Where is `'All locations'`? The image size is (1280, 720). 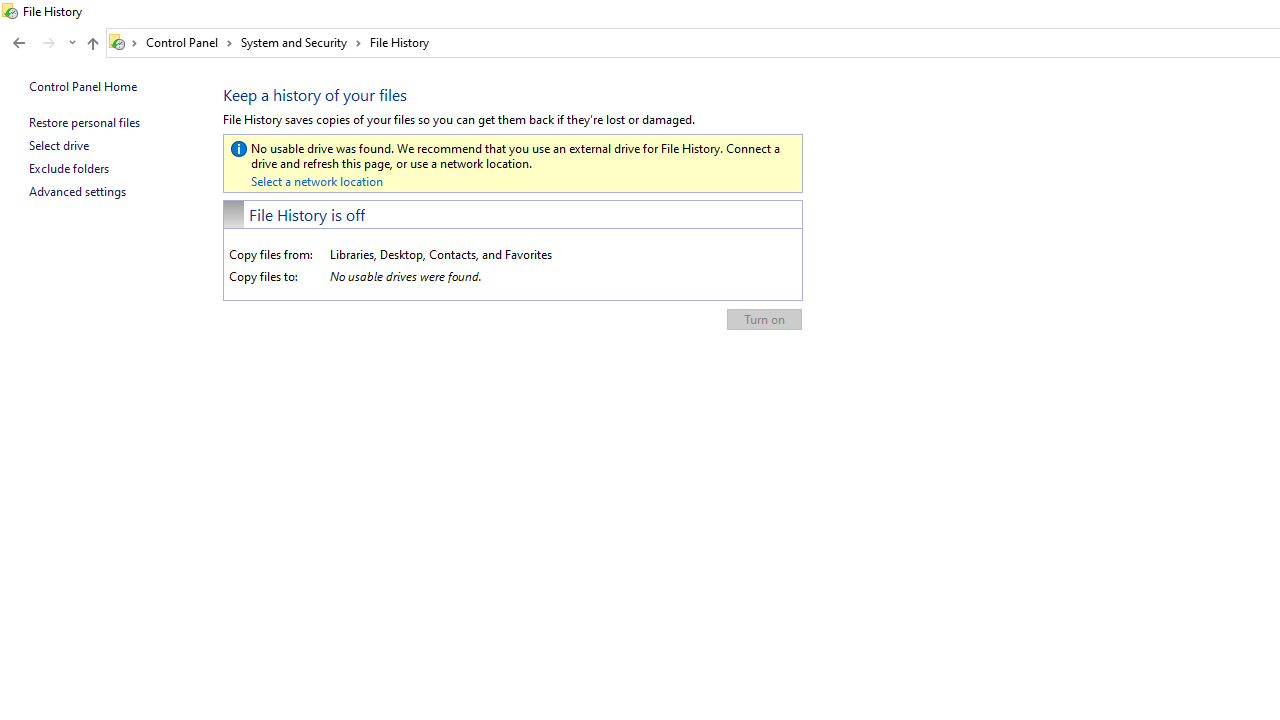 'All locations' is located at coordinates (123, 42).